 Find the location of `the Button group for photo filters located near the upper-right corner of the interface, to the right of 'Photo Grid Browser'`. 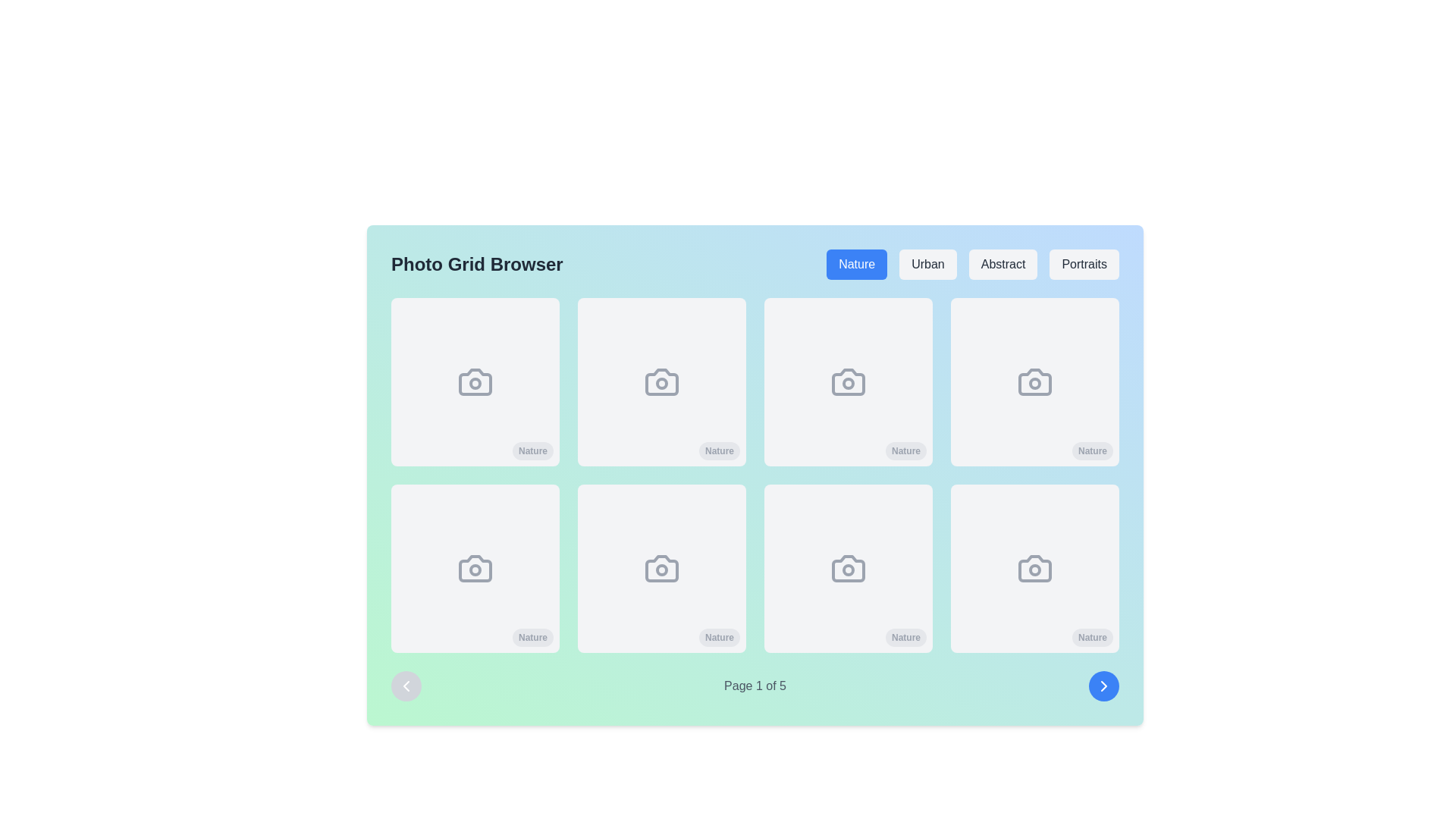

the Button group for photo filters located near the upper-right corner of the interface, to the right of 'Photo Grid Browser' is located at coordinates (973, 263).